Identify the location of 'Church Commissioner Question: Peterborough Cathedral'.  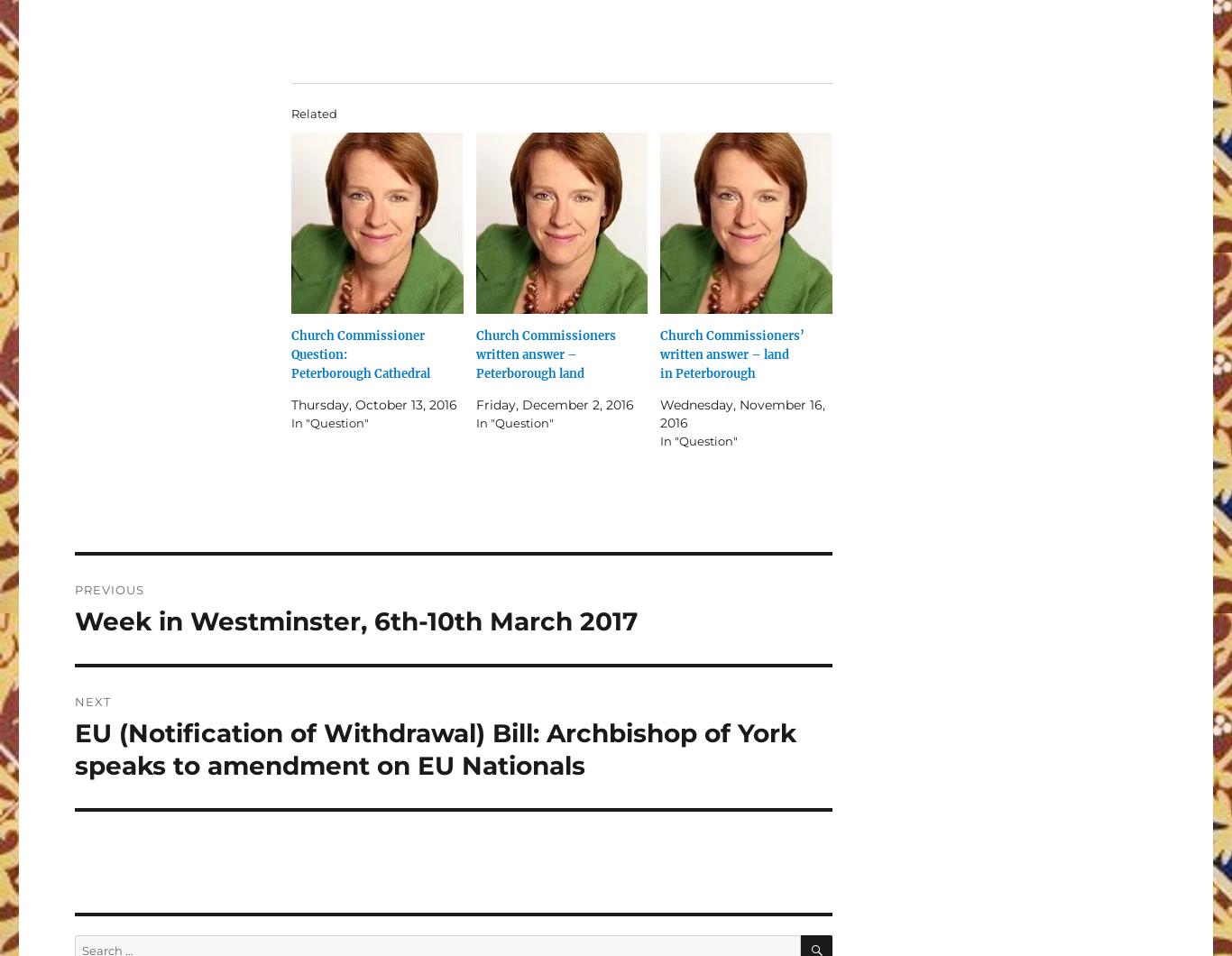
(359, 354).